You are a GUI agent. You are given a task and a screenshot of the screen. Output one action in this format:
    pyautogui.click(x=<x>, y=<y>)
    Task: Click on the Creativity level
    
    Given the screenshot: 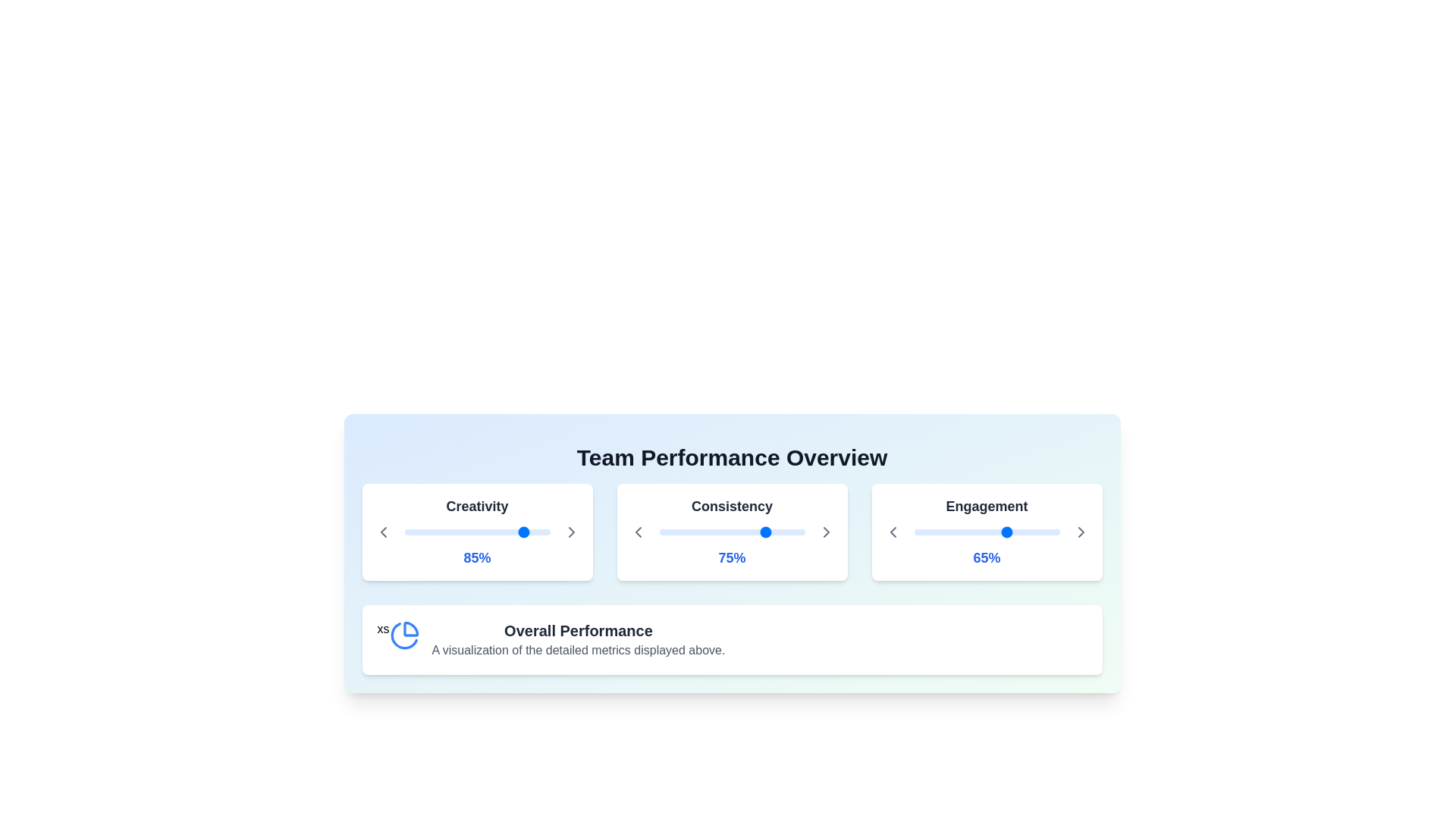 What is the action you would take?
    pyautogui.click(x=410, y=532)
    